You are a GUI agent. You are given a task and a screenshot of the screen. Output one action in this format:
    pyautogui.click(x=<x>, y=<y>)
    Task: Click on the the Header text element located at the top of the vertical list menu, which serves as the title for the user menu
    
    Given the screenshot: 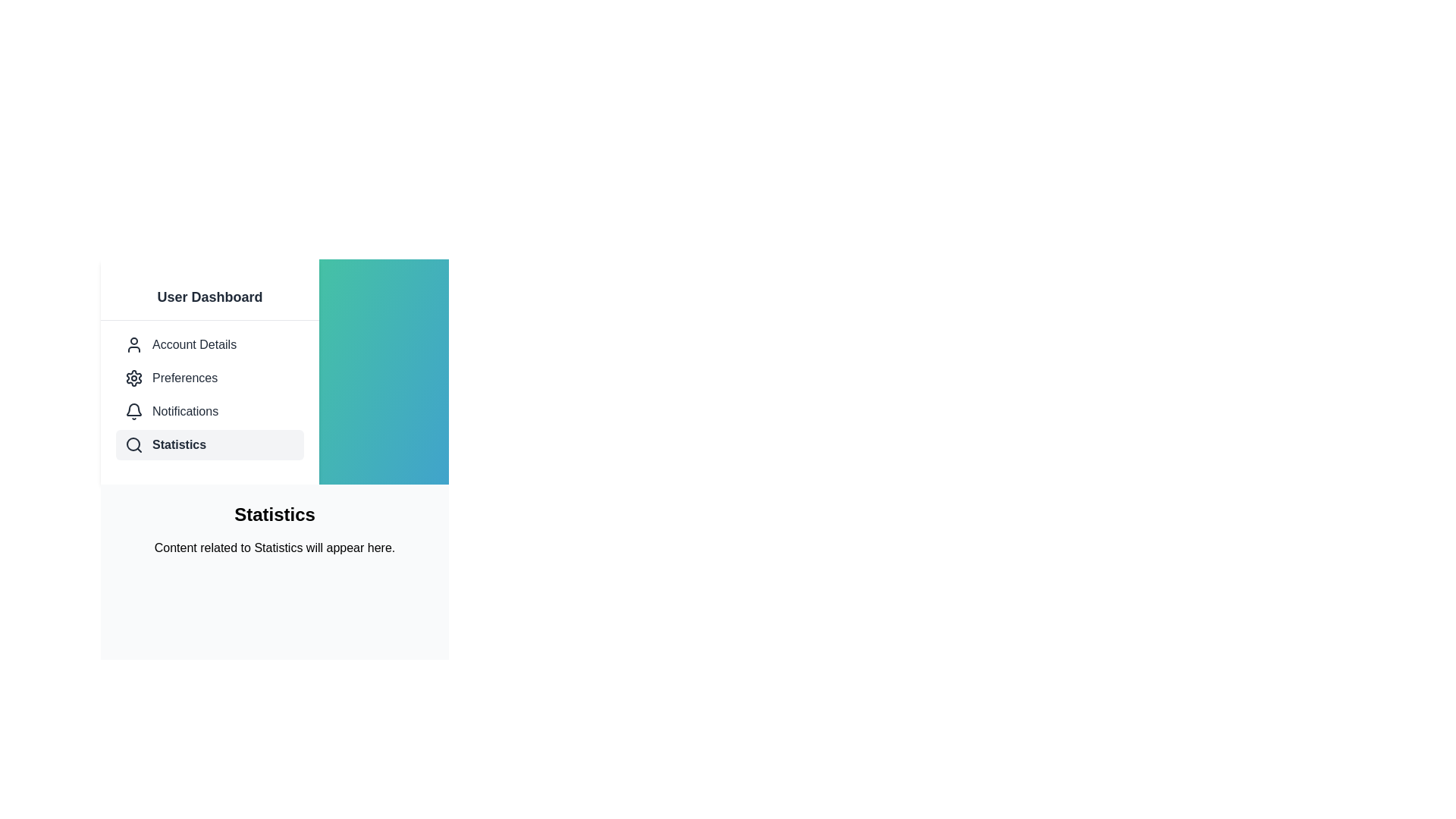 What is the action you would take?
    pyautogui.click(x=209, y=297)
    